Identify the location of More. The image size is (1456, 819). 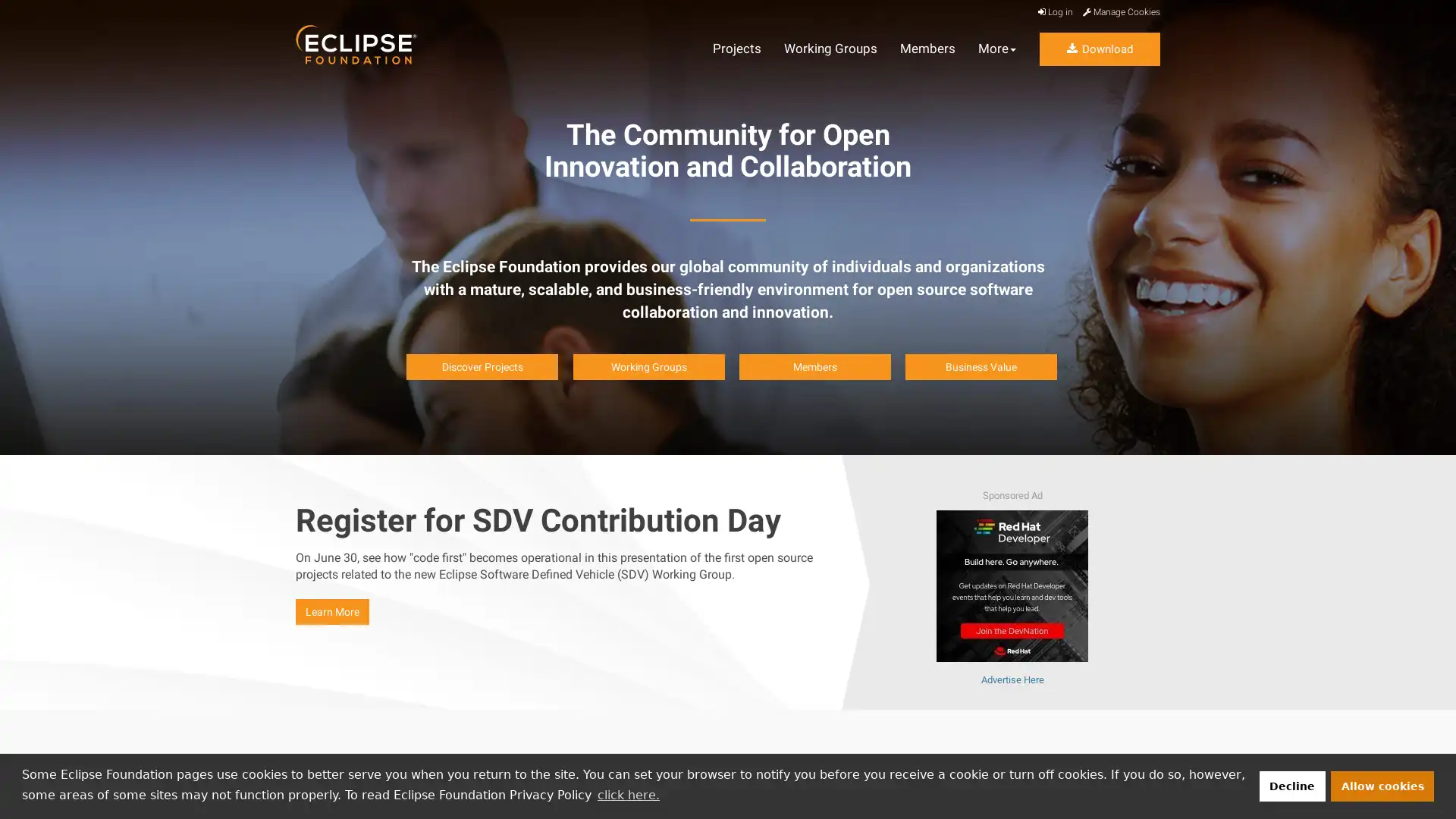
(997, 49).